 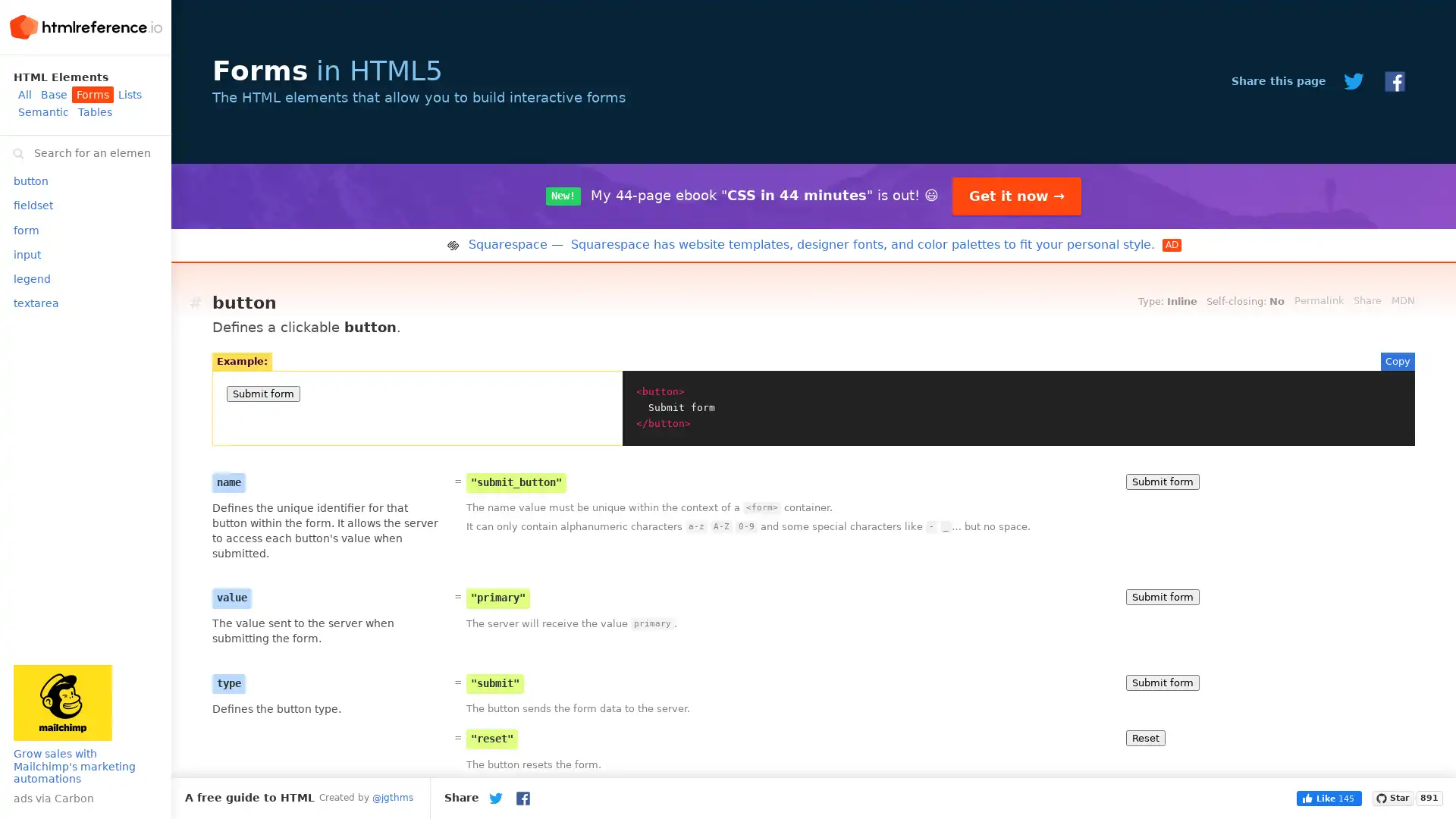 I want to click on Submit form, so click(x=1162, y=481).